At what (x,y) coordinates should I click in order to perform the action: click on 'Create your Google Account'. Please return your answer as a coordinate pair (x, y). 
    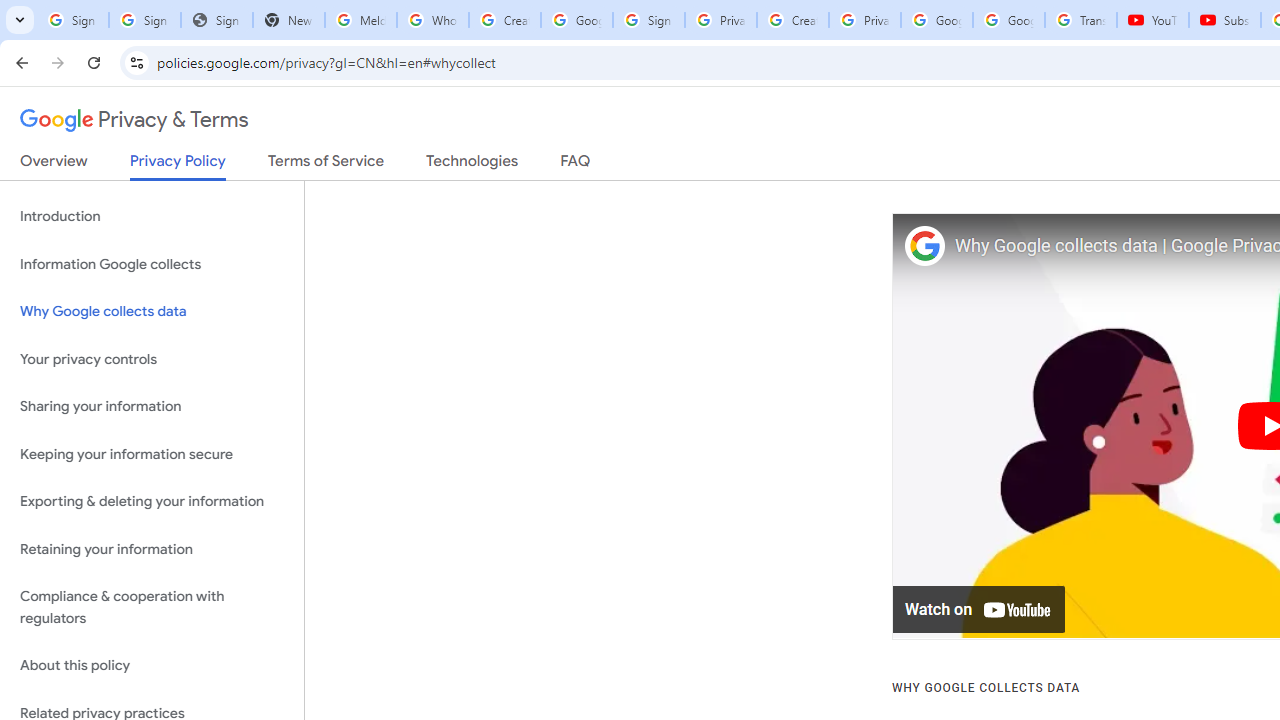
    Looking at the image, I should click on (791, 20).